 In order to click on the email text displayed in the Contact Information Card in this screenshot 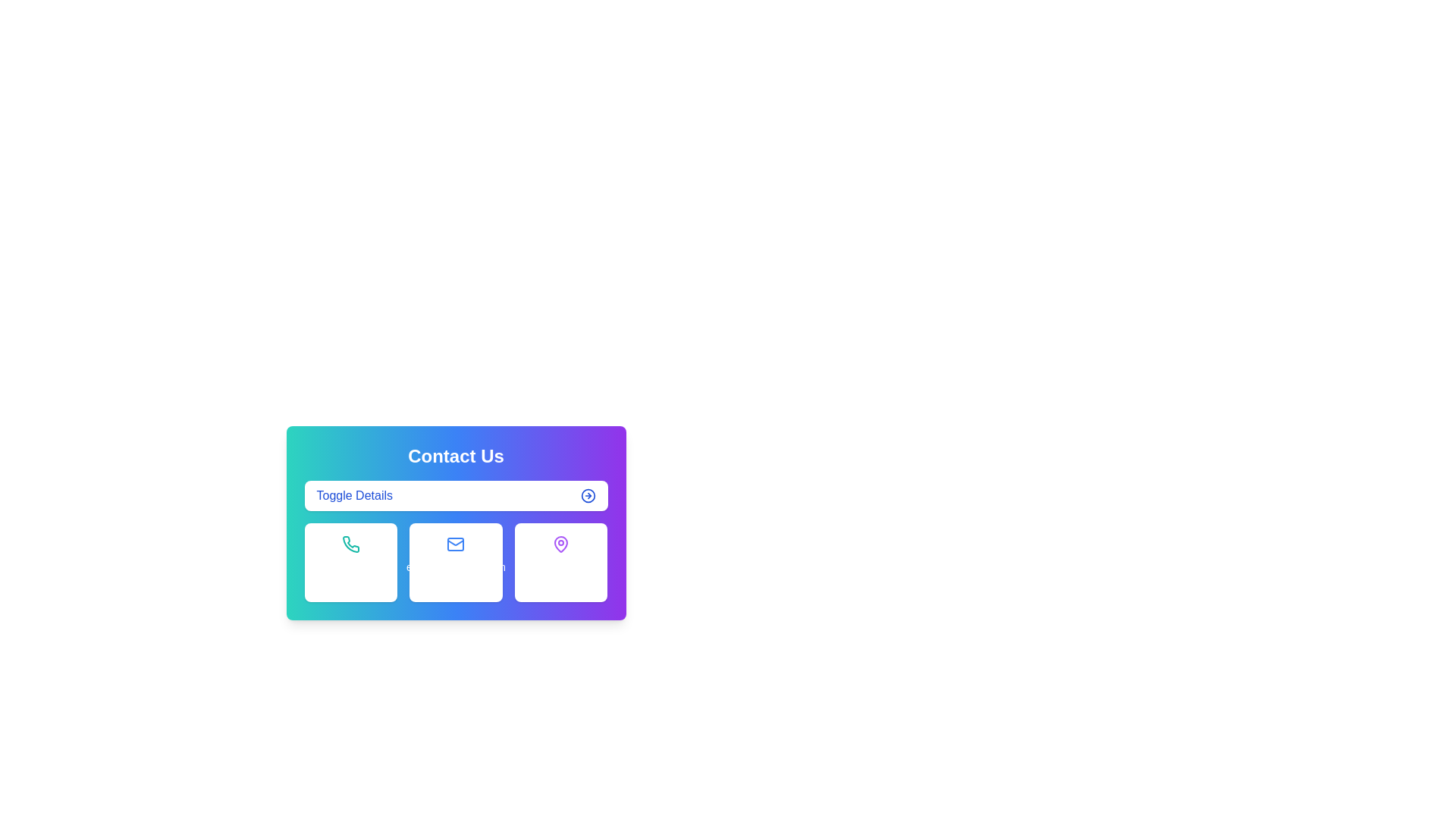, I will do `click(455, 522)`.